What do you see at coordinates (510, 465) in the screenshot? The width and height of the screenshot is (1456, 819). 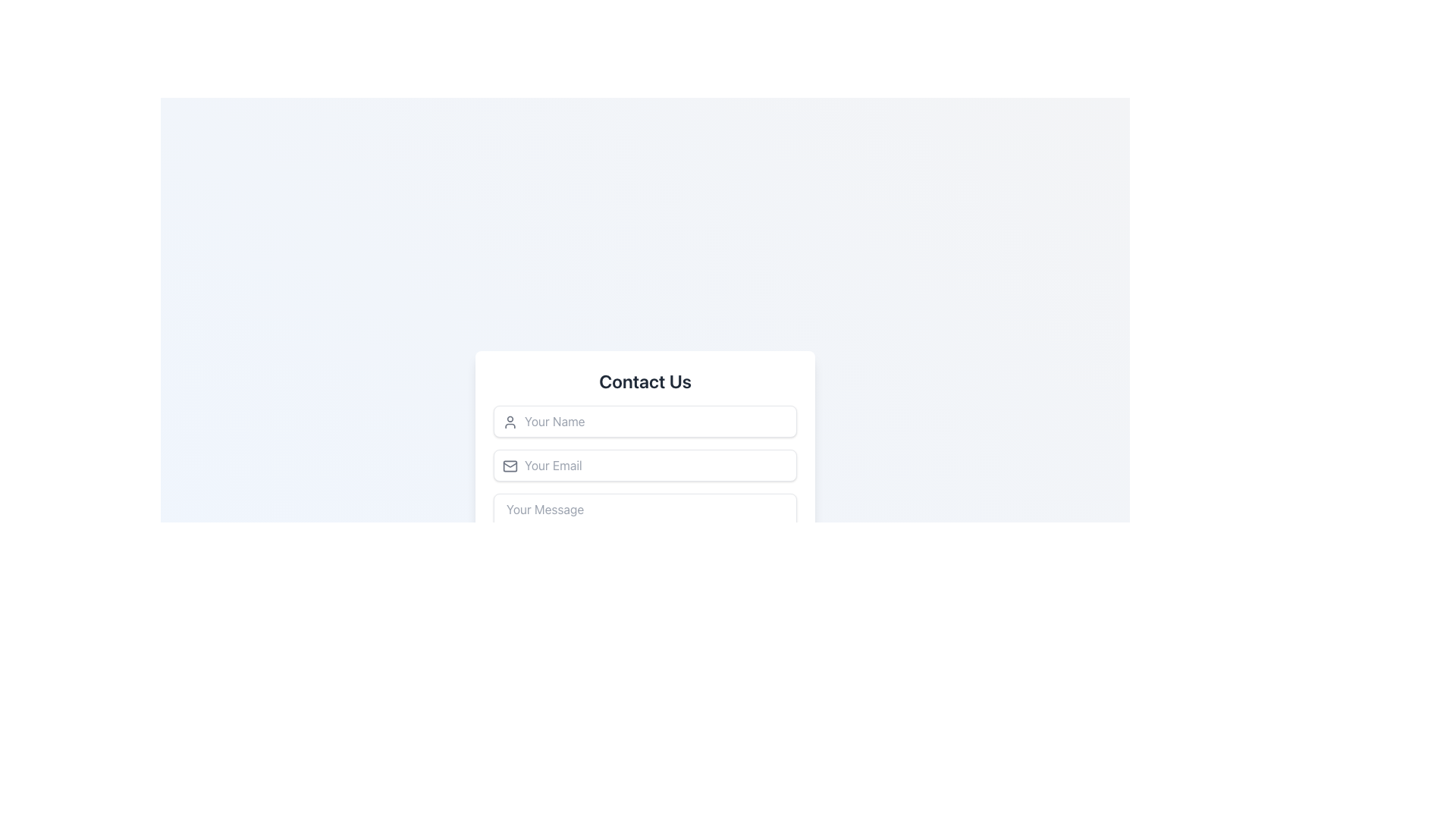 I see `the SVG icon located to the left of the 'Your Email' text input field, which visually indicates the purpose of the input field` at bounding box center [510, 465].